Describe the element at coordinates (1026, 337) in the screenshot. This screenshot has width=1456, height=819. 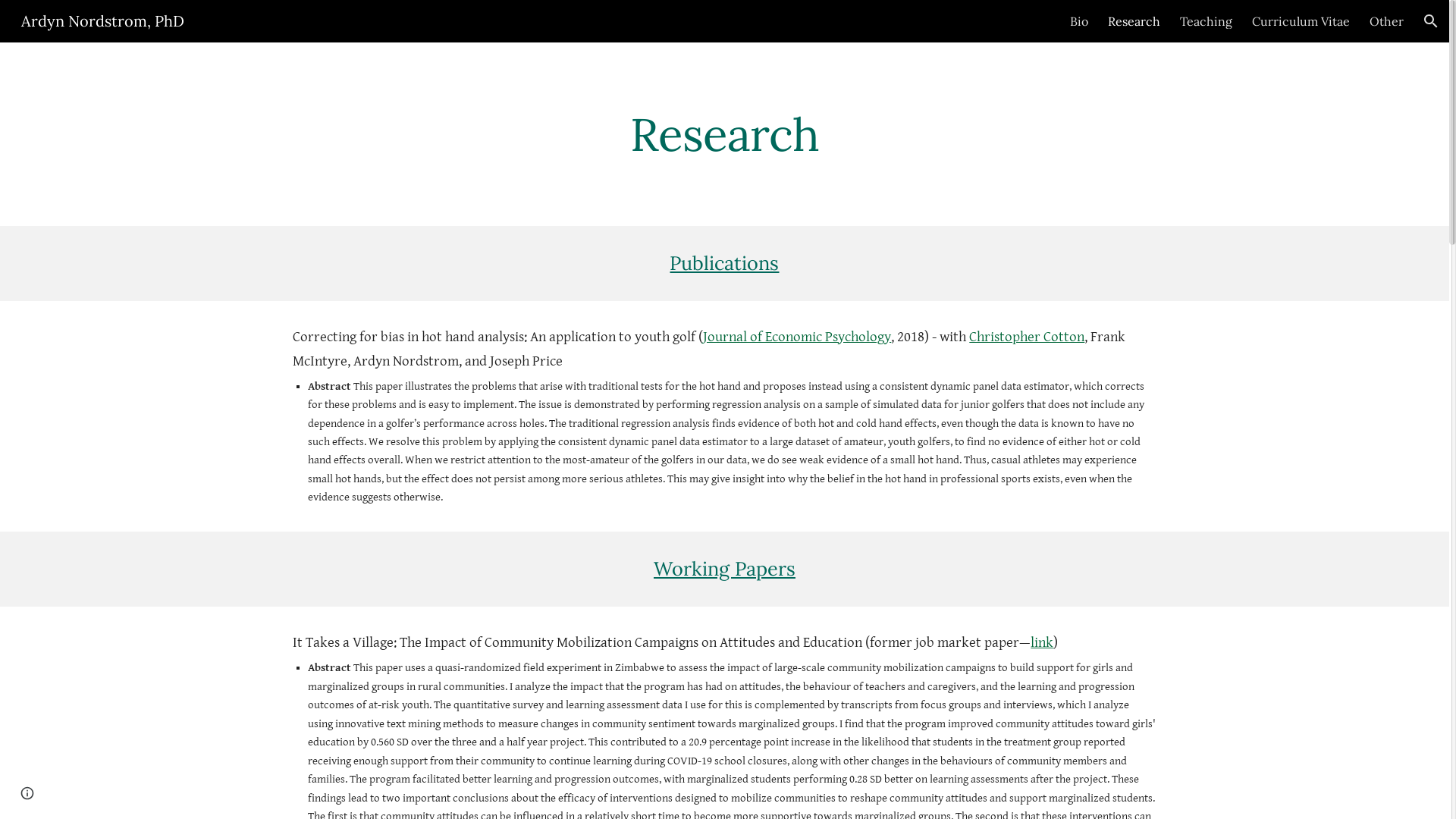
I see `'Christopher Cotton'` at that location.